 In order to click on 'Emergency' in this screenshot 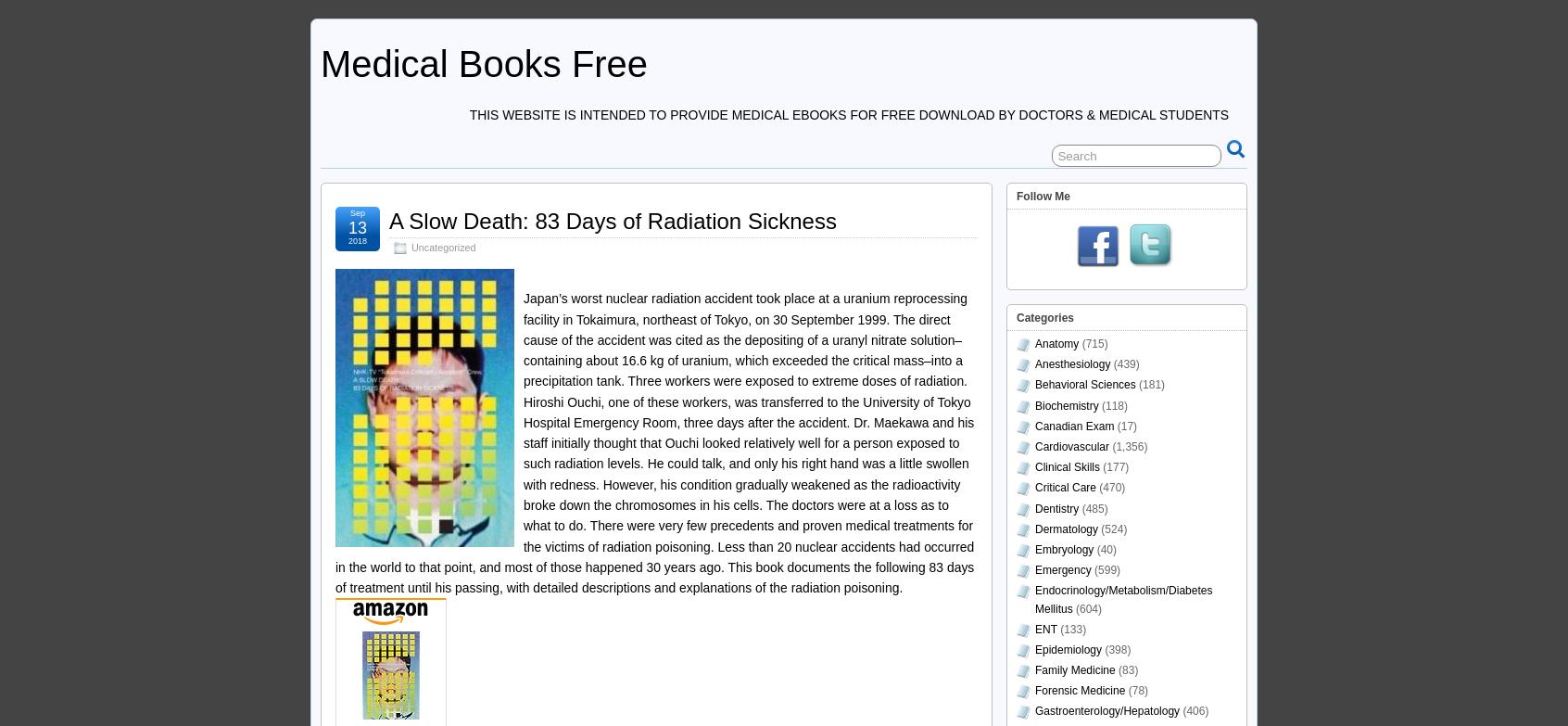, I will do `click(1062, 568)`.